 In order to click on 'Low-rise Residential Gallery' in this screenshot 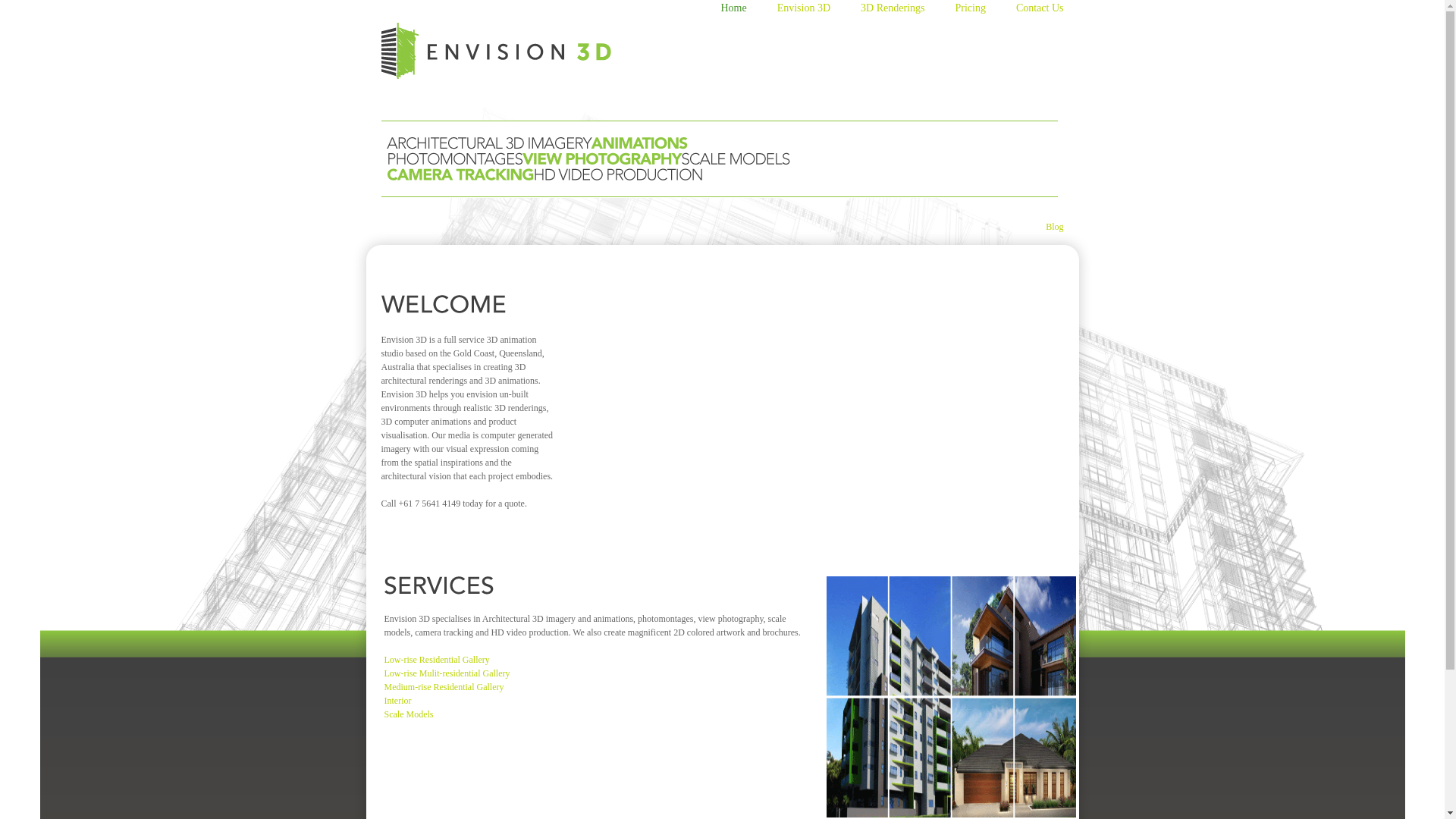, I will do `click(435, 659)`.